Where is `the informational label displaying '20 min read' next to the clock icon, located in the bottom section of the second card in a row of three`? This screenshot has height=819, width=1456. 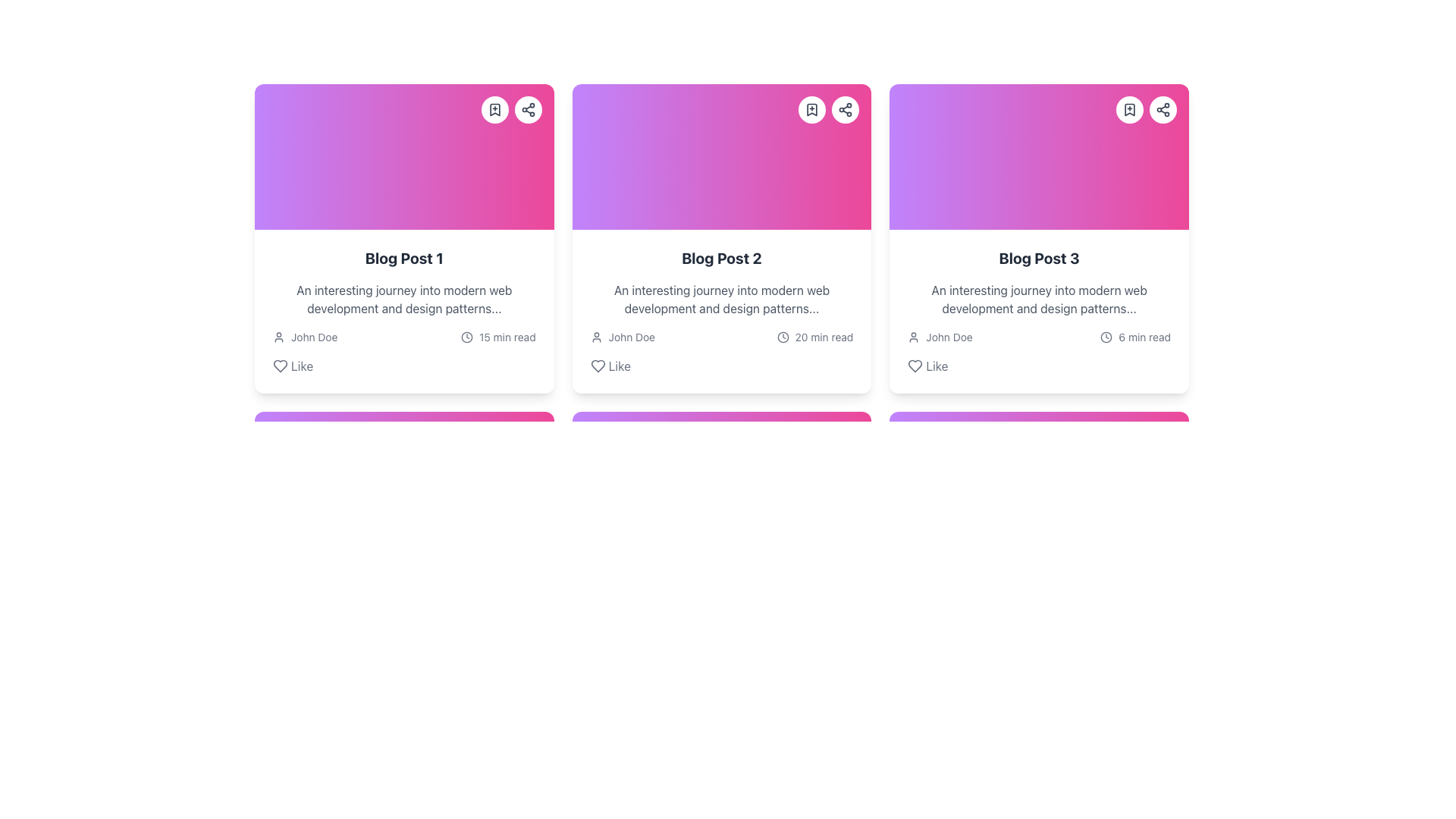 the informational label displaying '20 min read' next to the clock icon, located in the bottom section of the second card in a row of three is located at coordinates (814, 336).